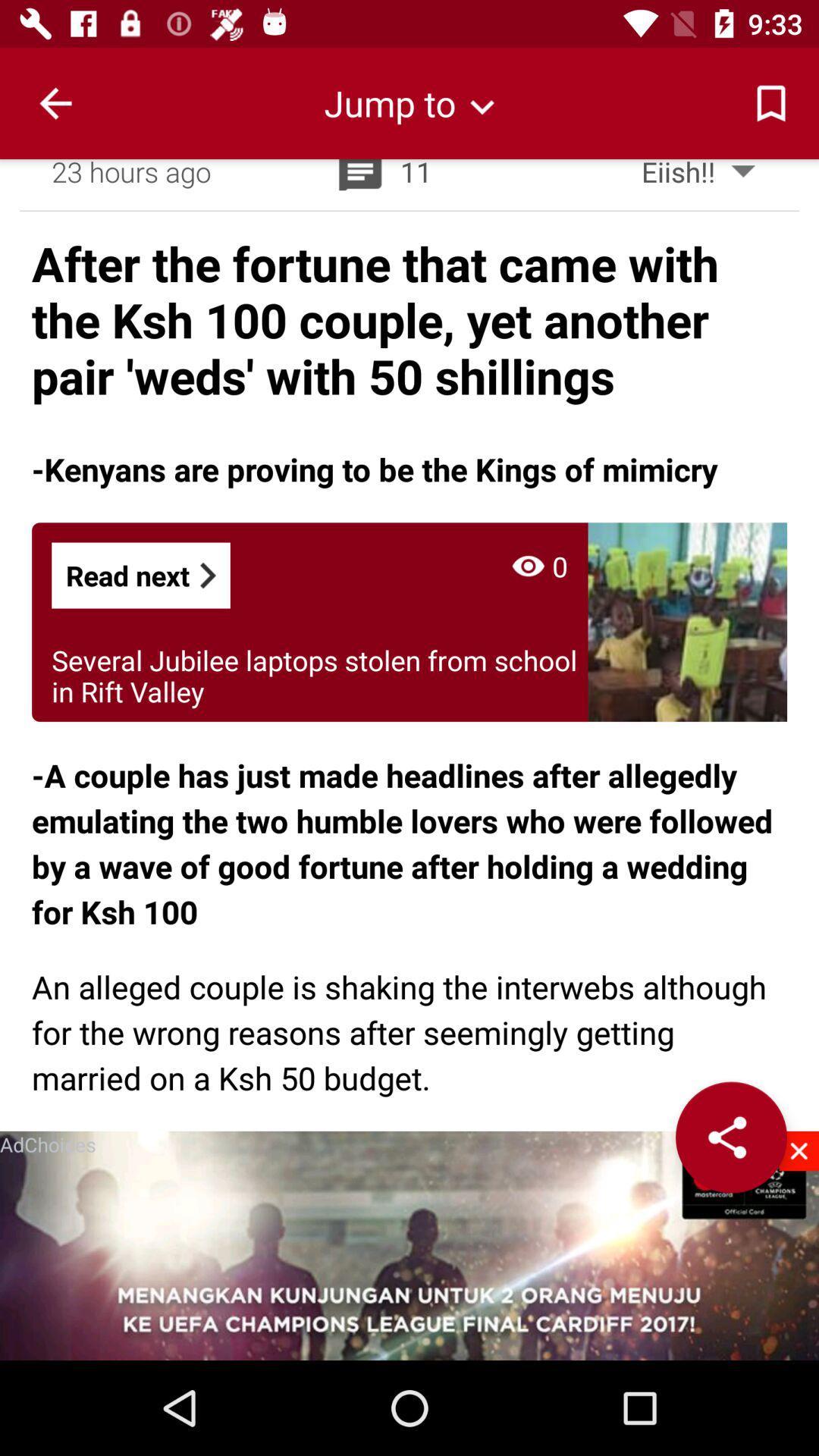 The image size is (819, 1456). Describe the element at coordinates (409, 102) in the screenshot. I see `jump to dropdown menu` at that location.